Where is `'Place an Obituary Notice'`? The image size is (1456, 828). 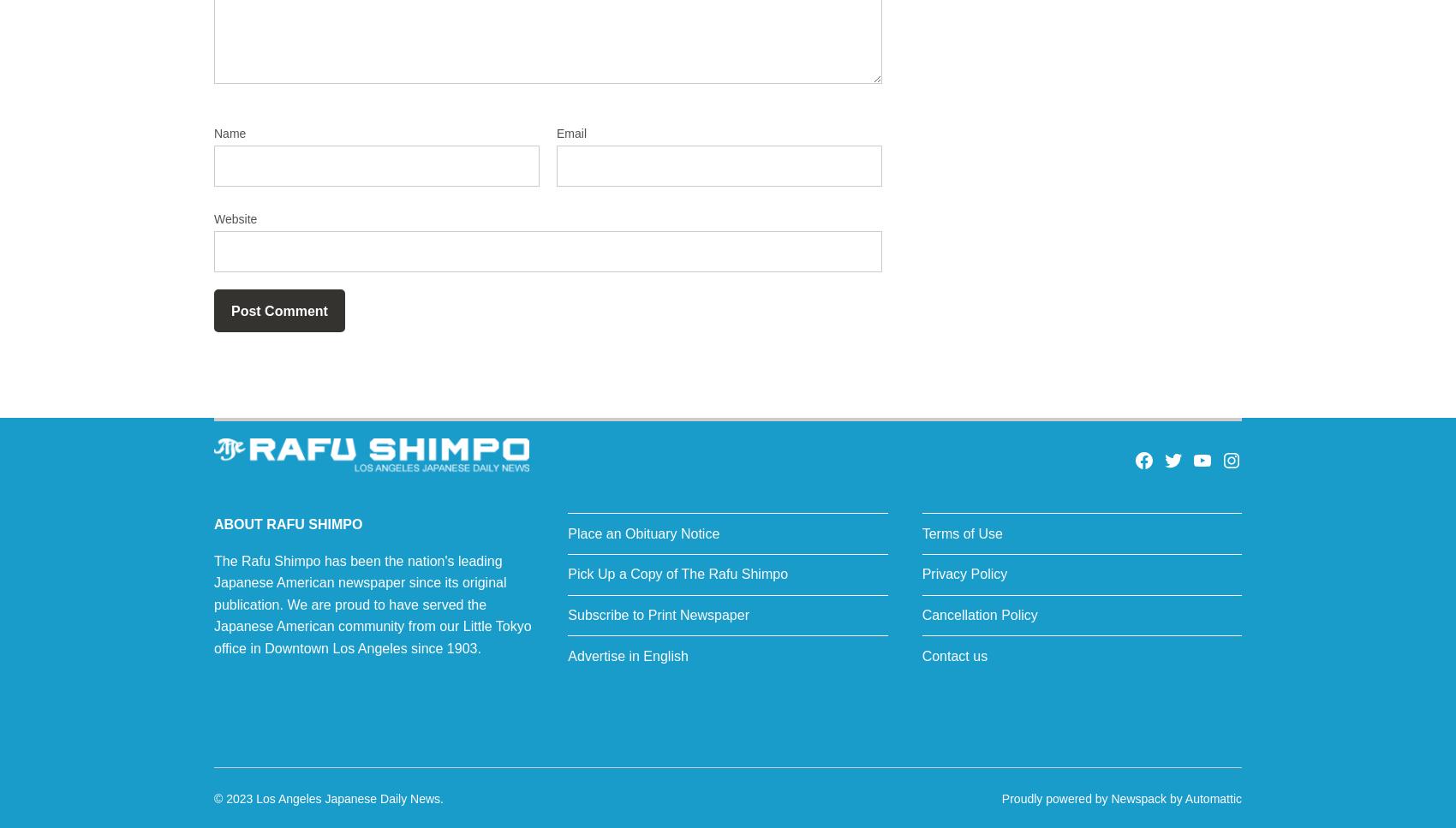
'Place an Obituary Notice' is located at coordinates (642, 533).